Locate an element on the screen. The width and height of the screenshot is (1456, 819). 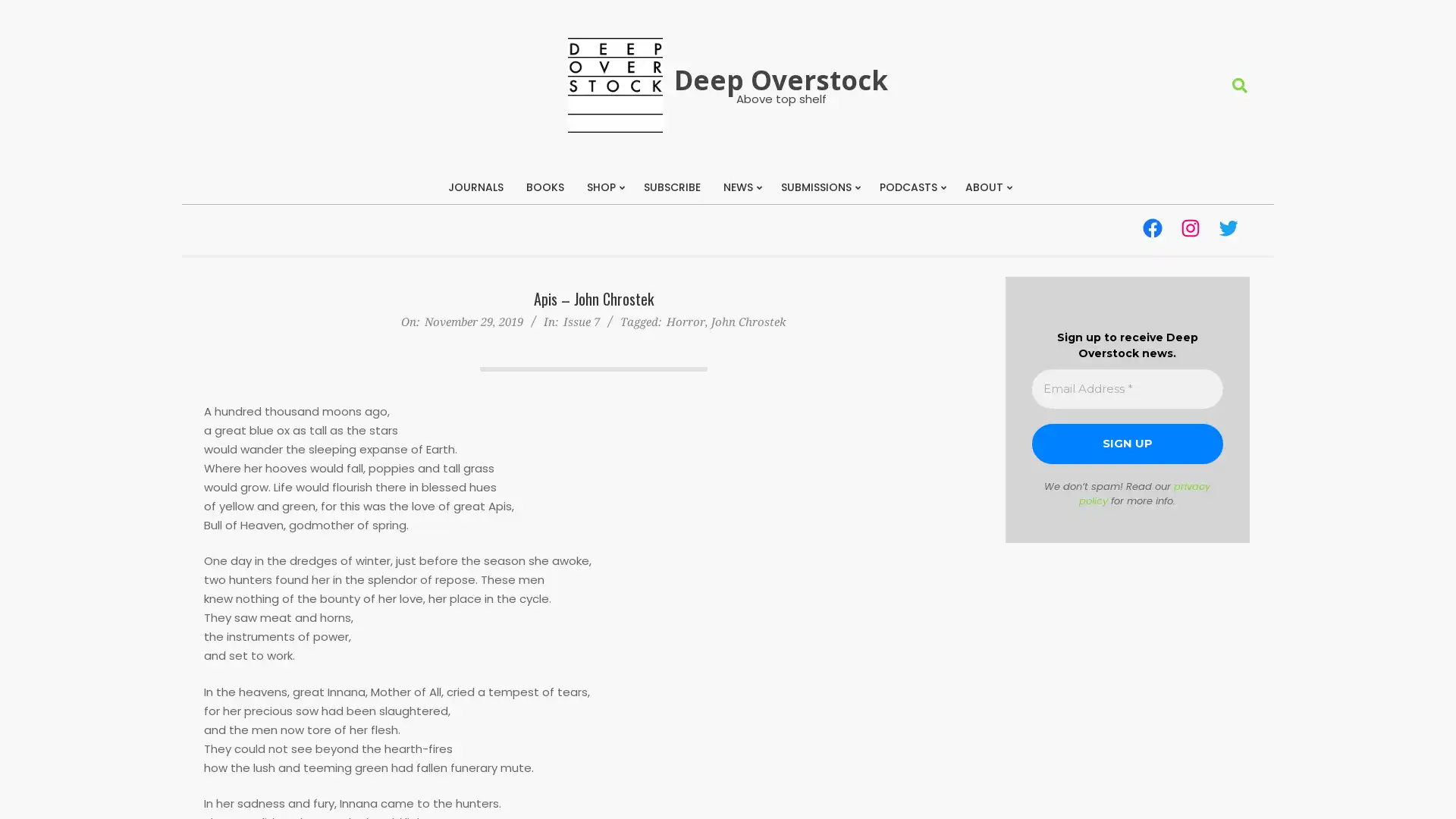
Sign up is located at coordinates (1127, 444).